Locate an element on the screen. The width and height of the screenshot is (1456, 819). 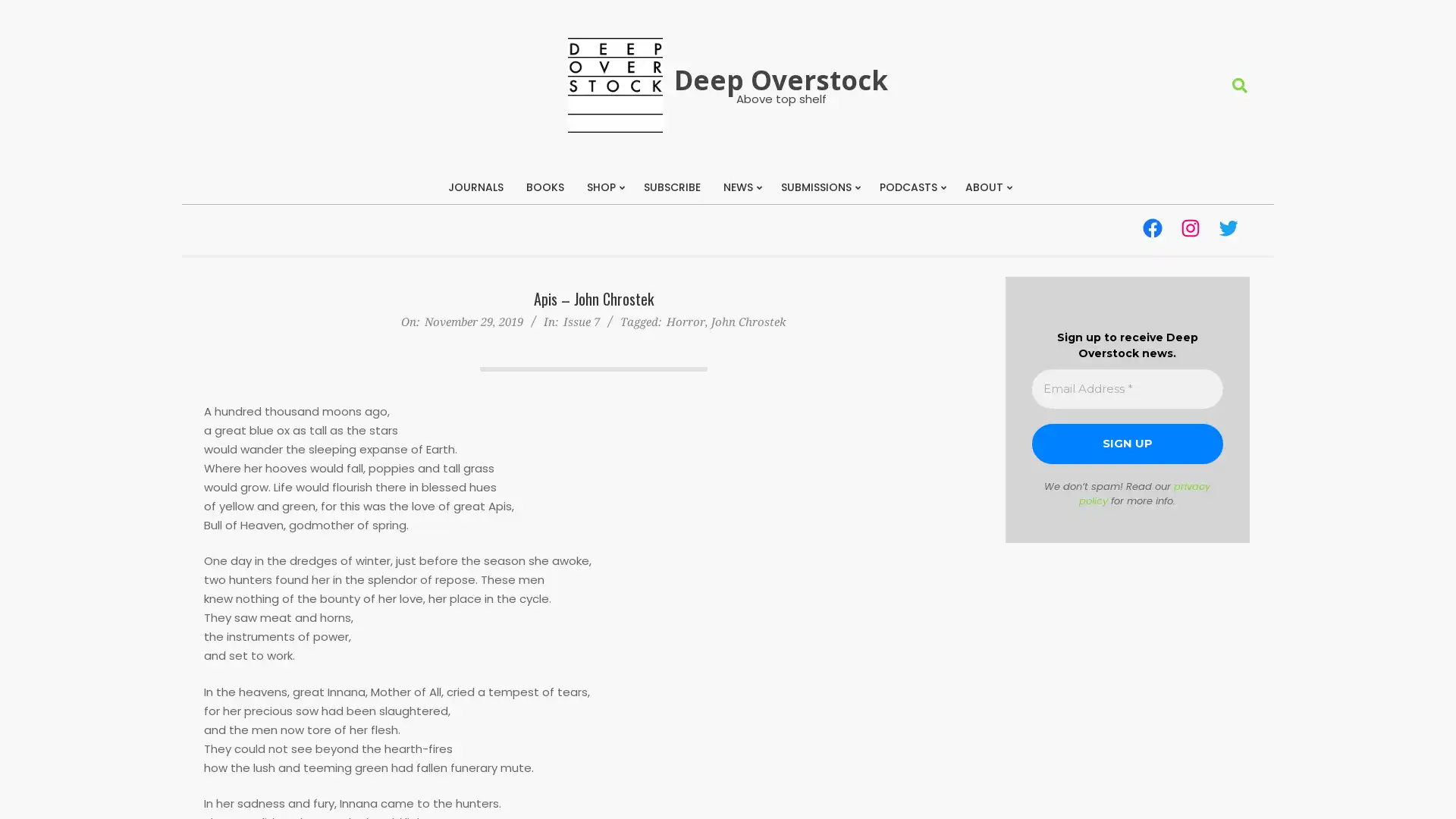
Sign up is located at coordinates (1127, 444).